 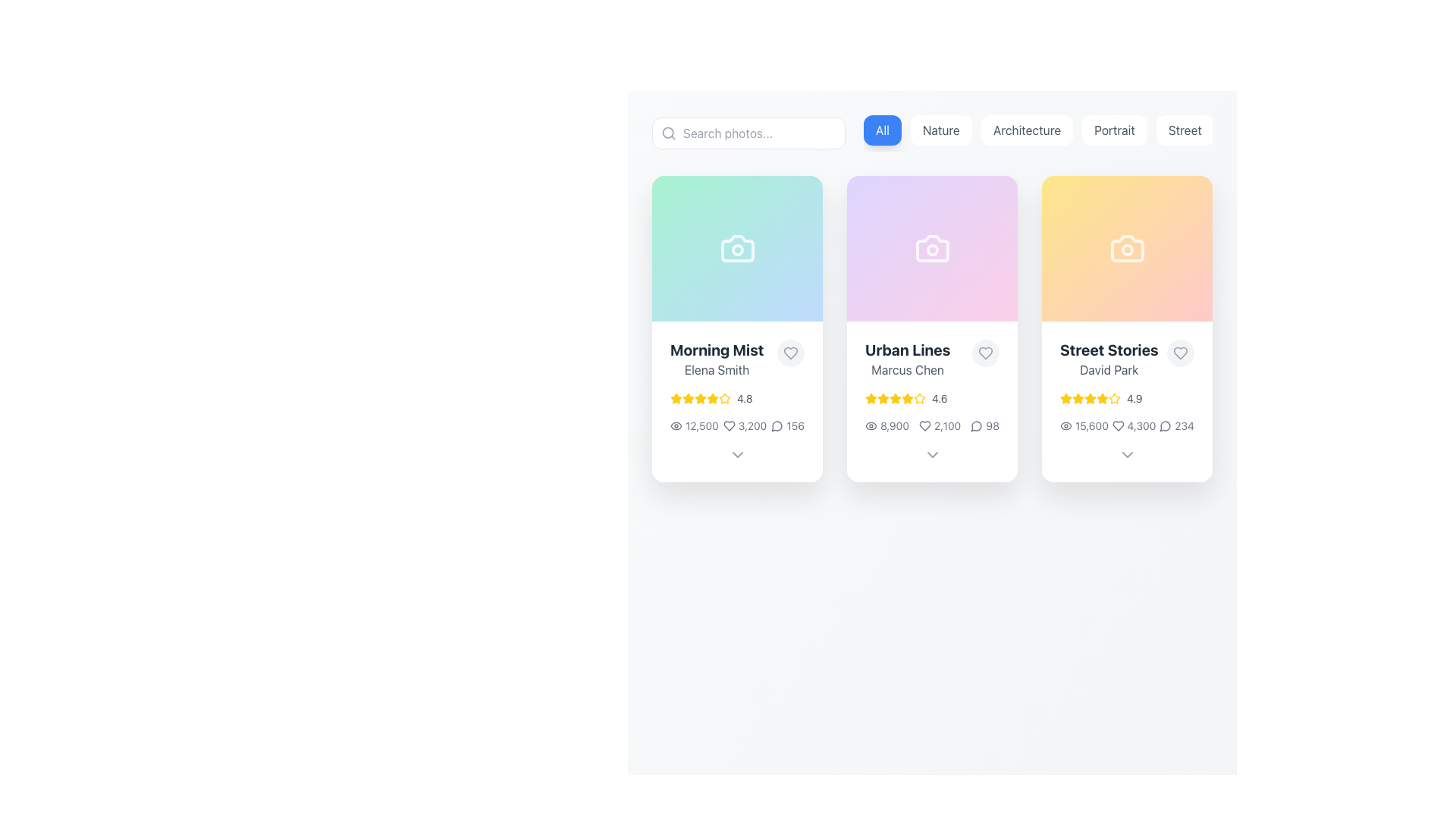 What do you see at coordinates (700, 397) in the screenshot?
I see `the visual state of the fifth rating star icon within the 'Morning Mist' card, which reflects a quantitative rating of '4.8'` at bounding box center [700, 397].